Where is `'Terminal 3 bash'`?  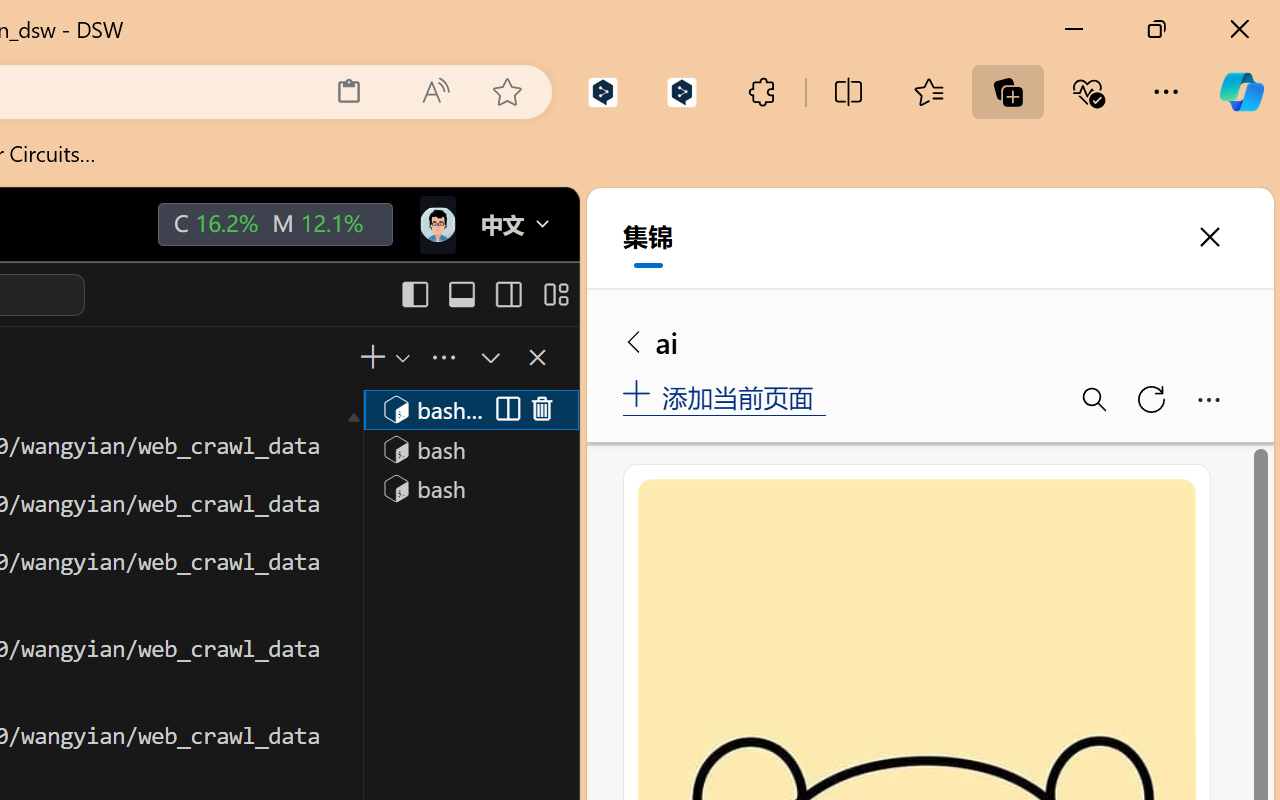 'Terminal 3 bash' is located at coordinates (469, 488).